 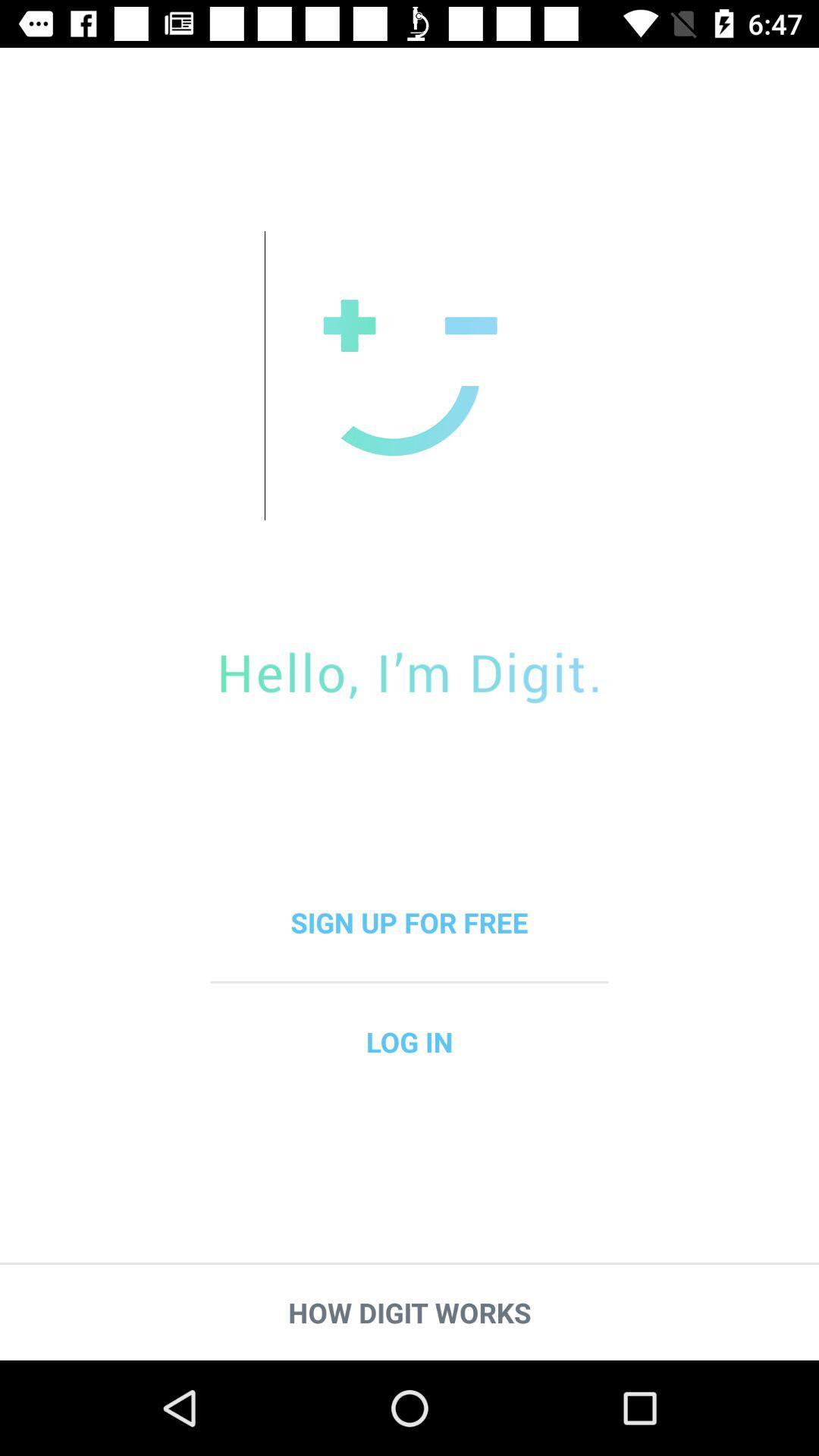 What do you see at coordinates (409, 1040) in the screenshot?
I see `log in item` at bounding box center [409, 1040].